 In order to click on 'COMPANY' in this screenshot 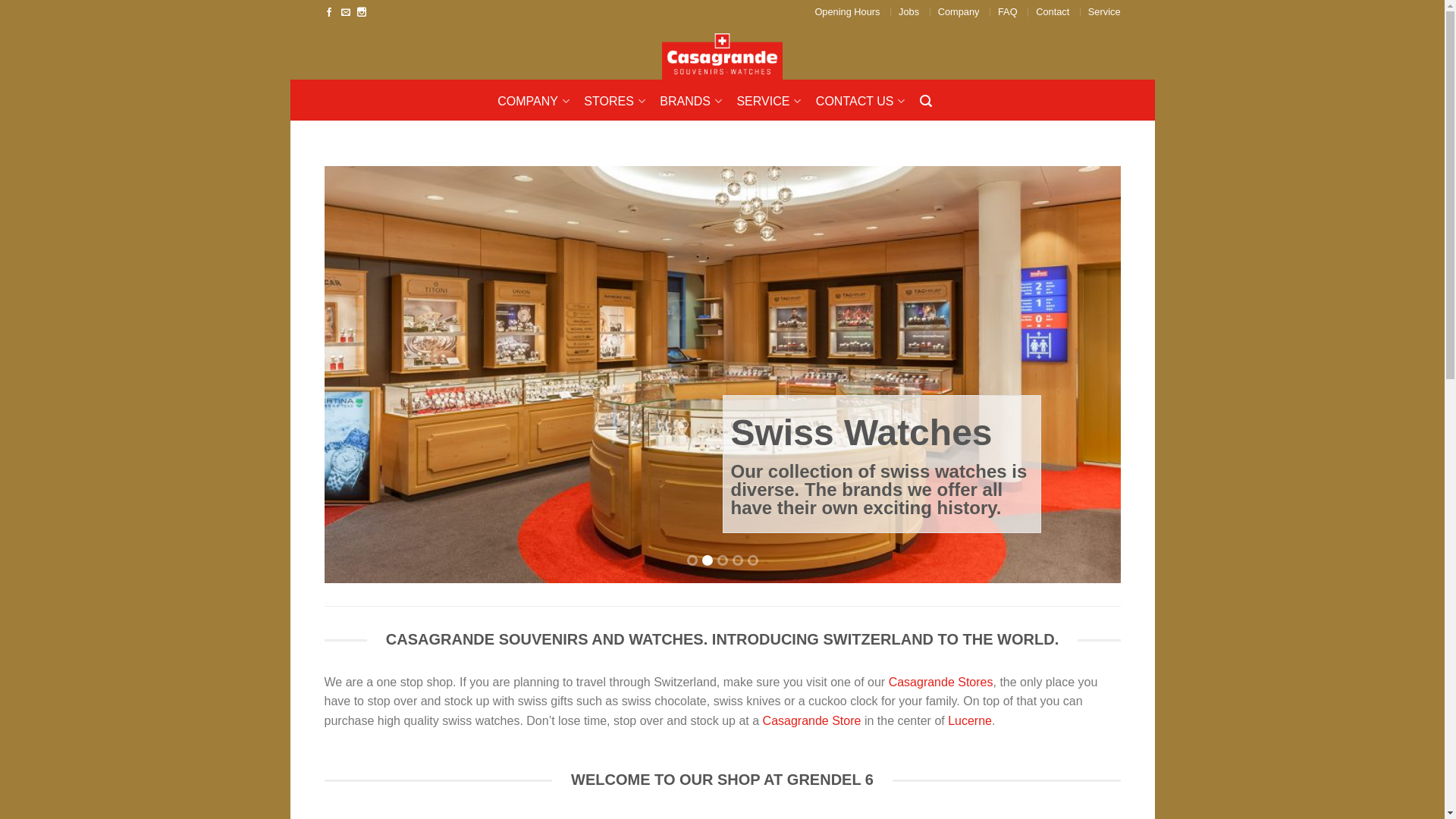, I will do `click(538, 101)`.